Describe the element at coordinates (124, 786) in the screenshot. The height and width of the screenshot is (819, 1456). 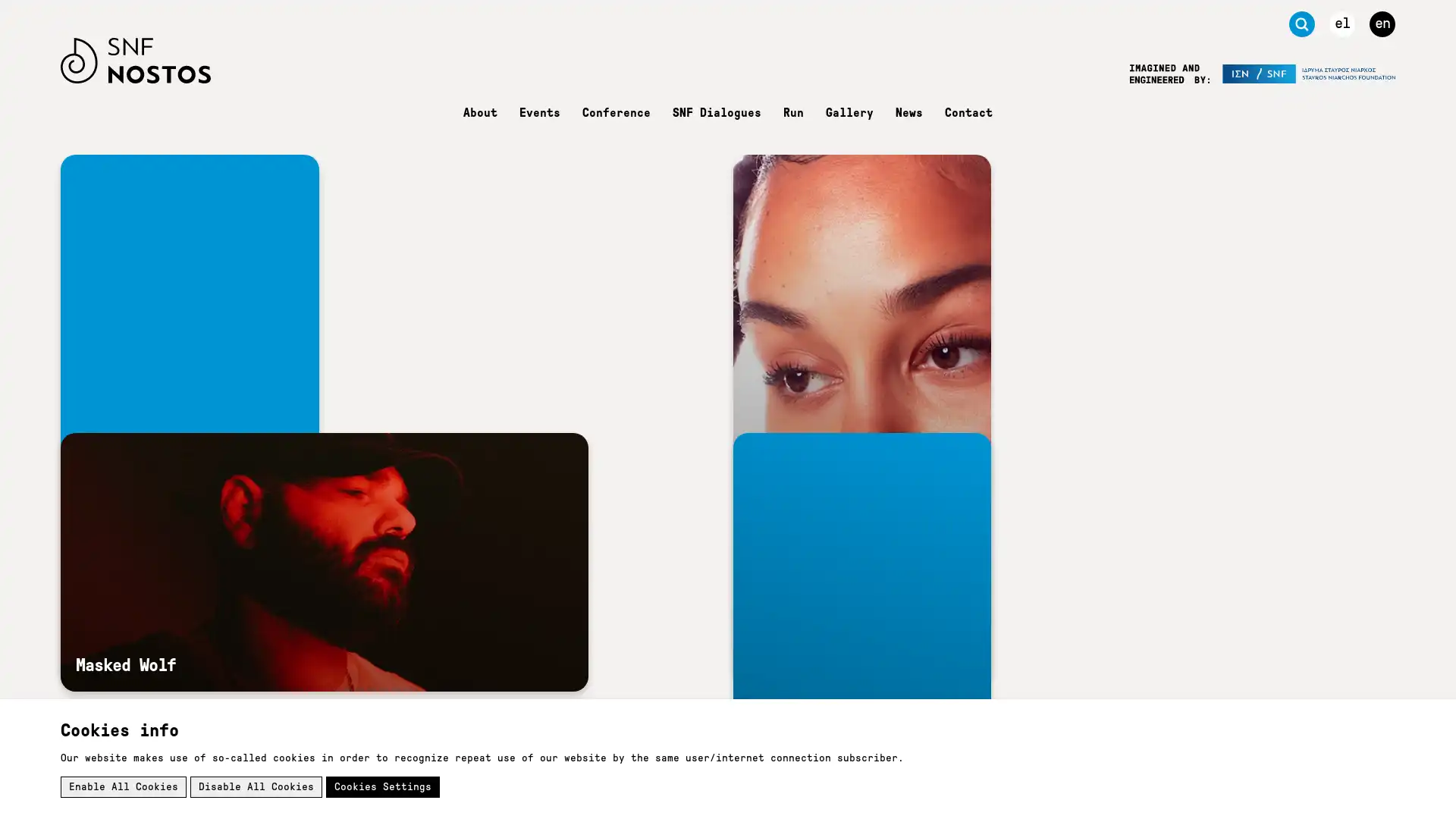
I see `Enable All Cookies` at that location.